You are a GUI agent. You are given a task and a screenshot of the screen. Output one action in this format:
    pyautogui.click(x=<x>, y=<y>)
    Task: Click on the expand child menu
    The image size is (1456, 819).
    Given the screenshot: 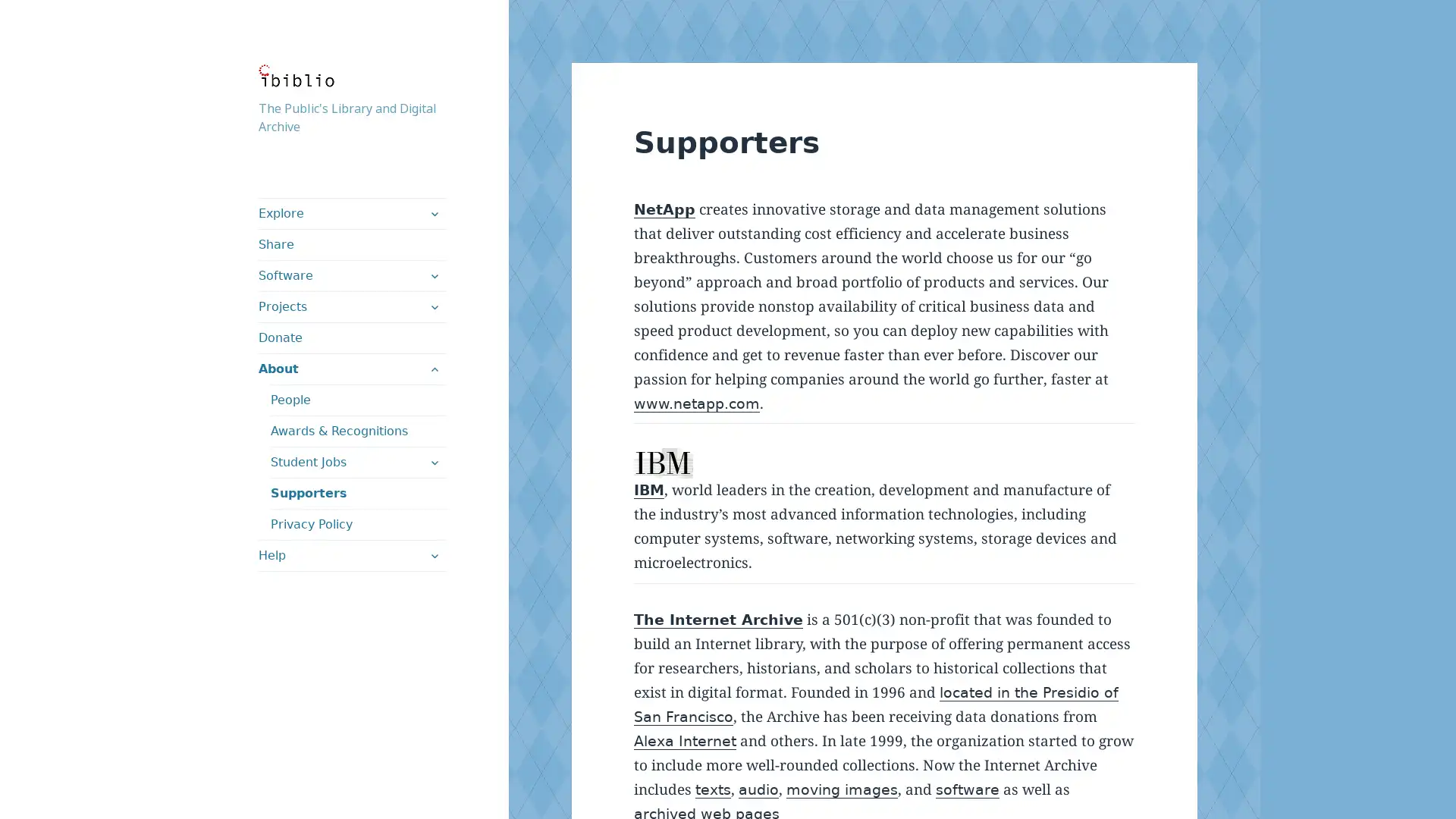 What is the action you would take?
    pyautogui.click(x=432, y=555)
    